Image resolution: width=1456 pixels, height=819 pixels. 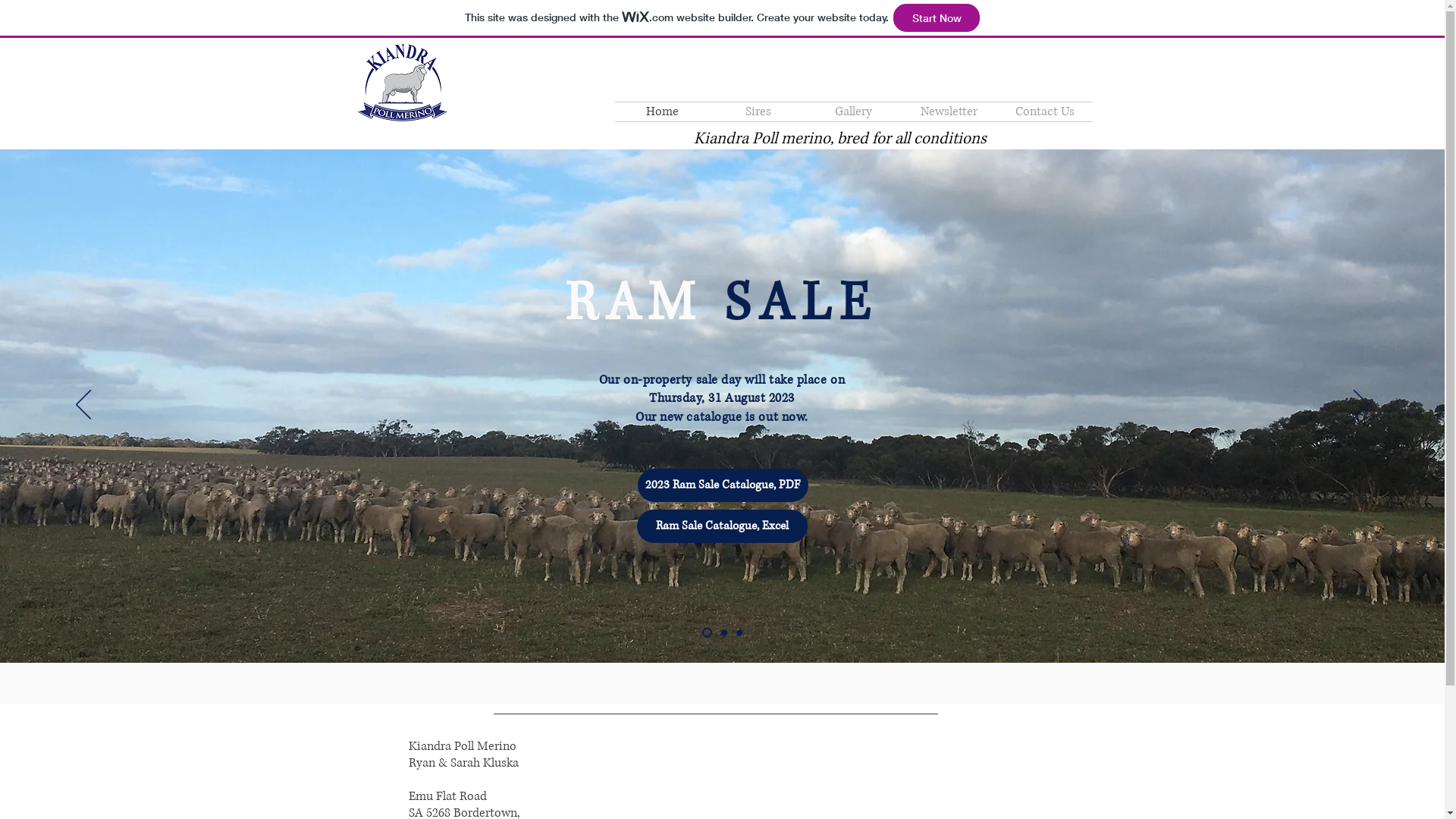 I want to click on 'Newsletter', so click(x=948, y=111).